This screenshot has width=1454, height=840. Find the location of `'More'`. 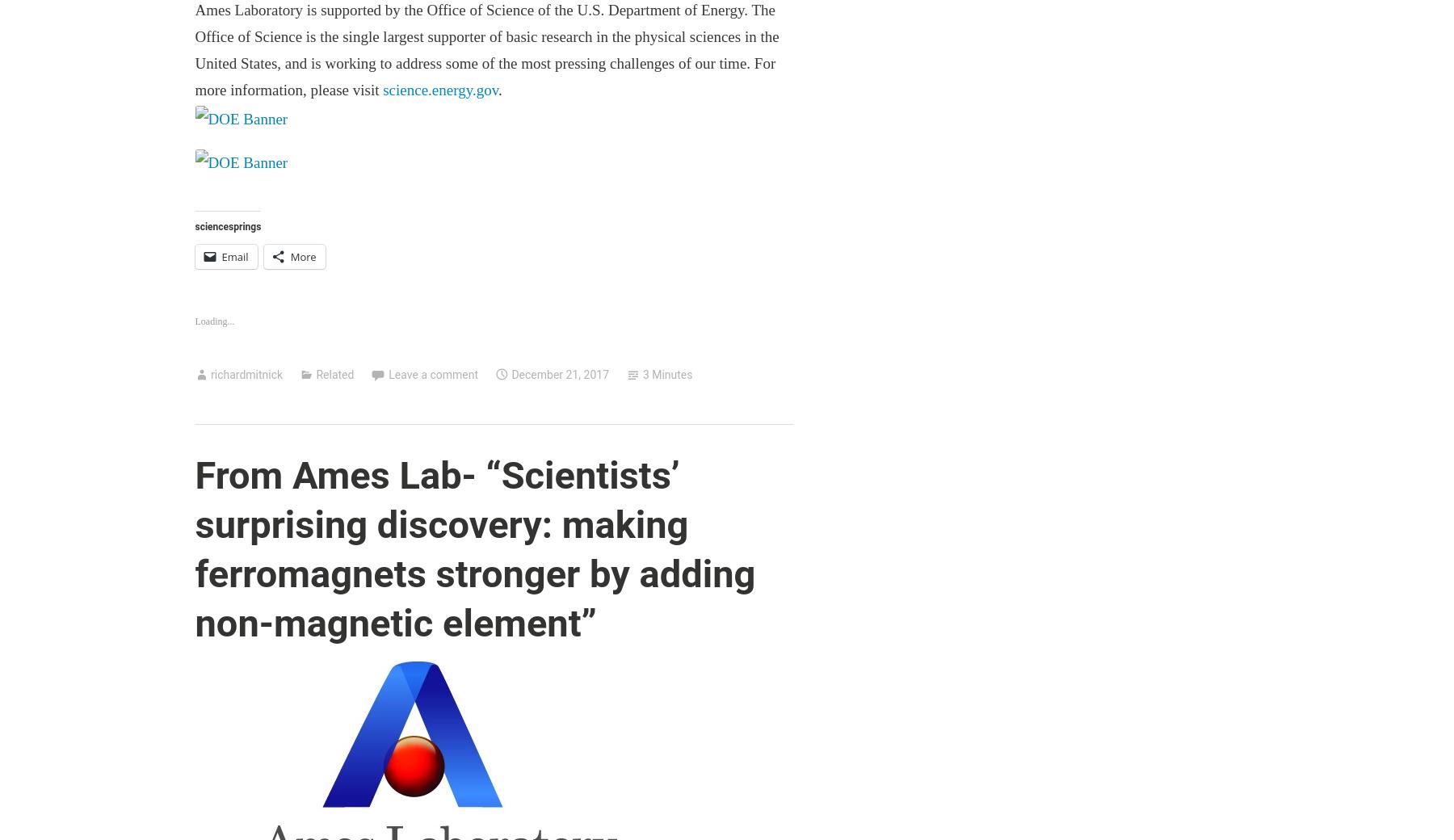

'More' is located at coordinates (302, 256).